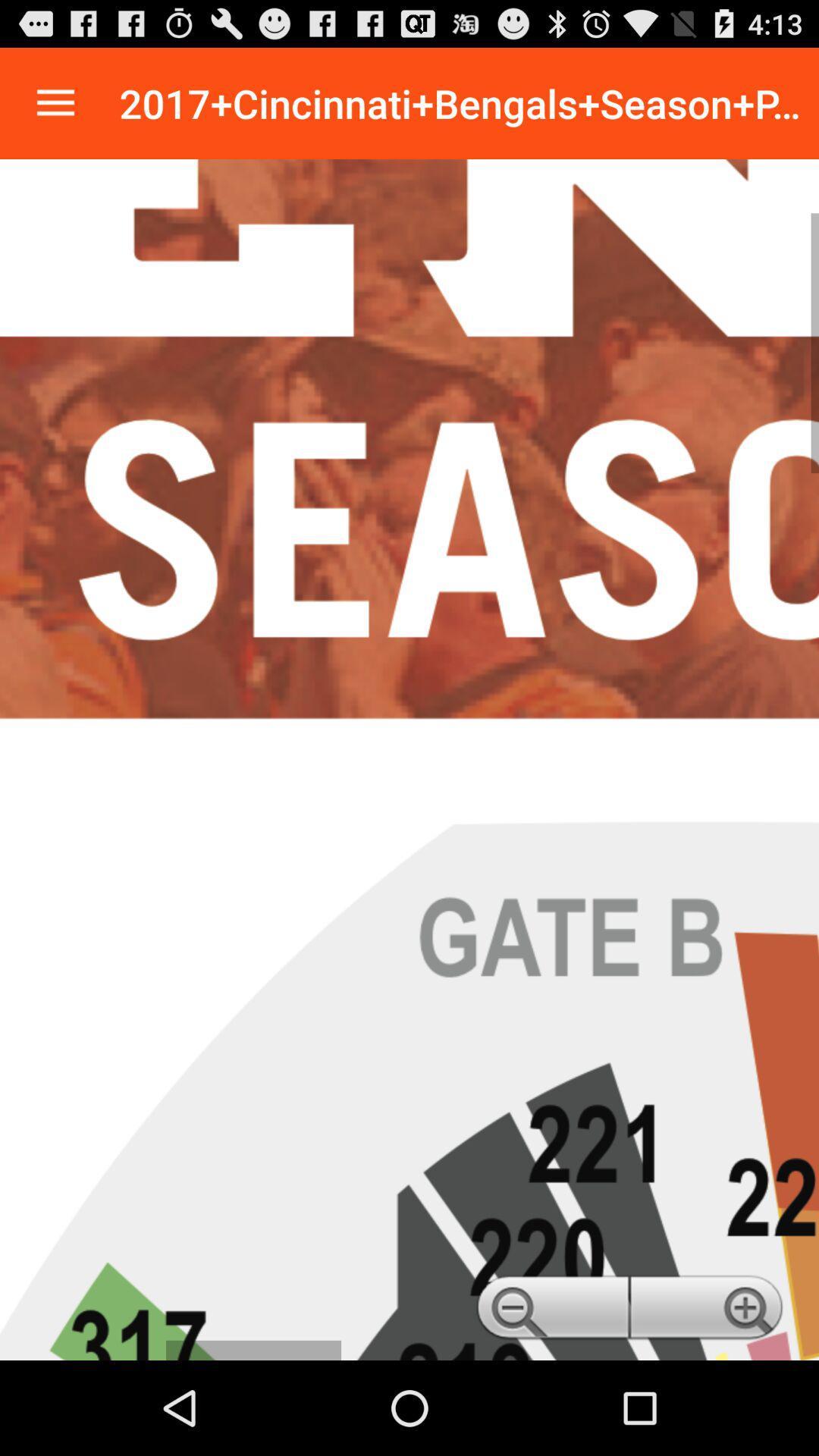  What do you see at coordinates (55, 102) in the screenshot?
I see `navigation menu` at bounding box center [55, 102].